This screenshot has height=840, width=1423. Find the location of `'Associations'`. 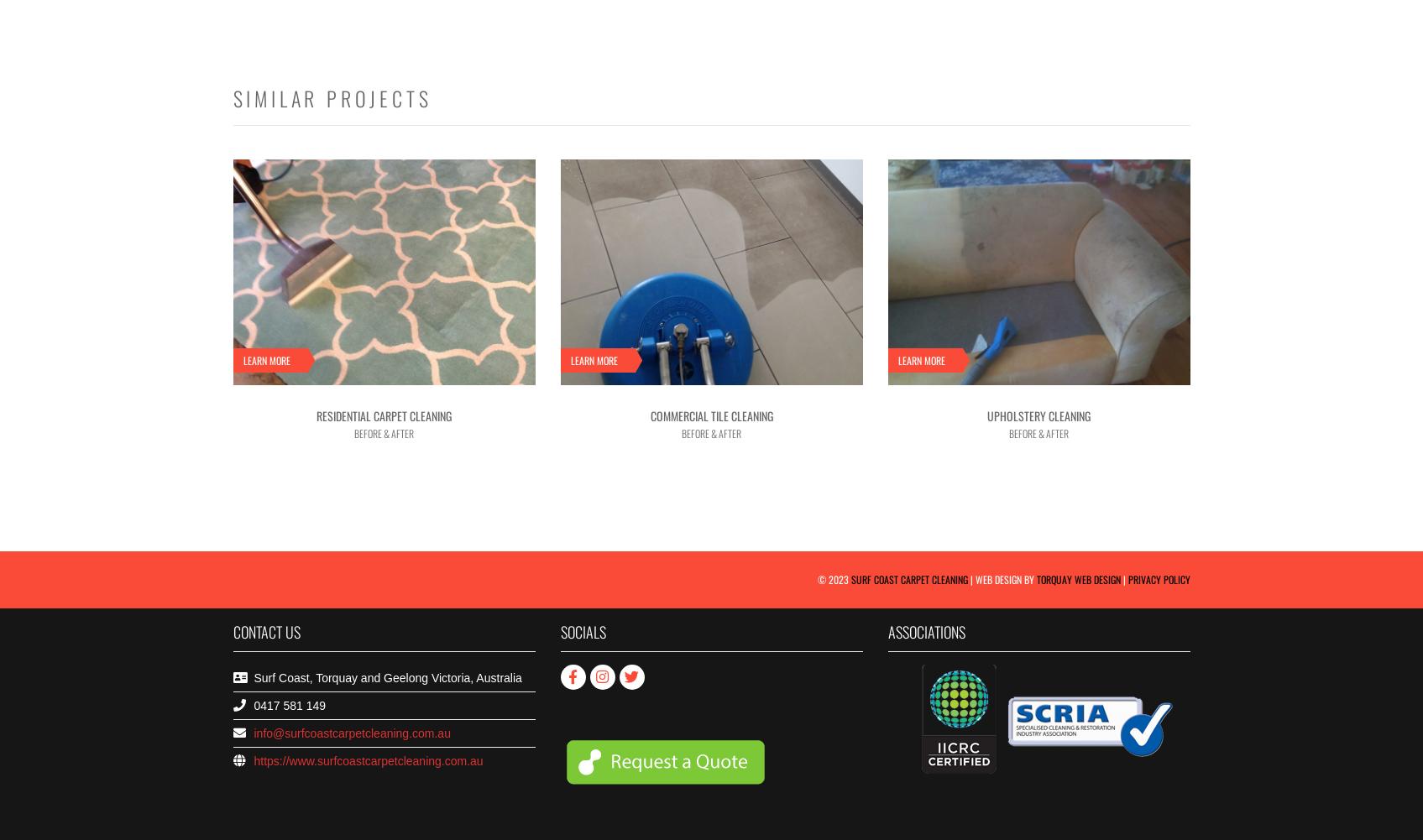

'Associations' is located at coordinates (887, 631).